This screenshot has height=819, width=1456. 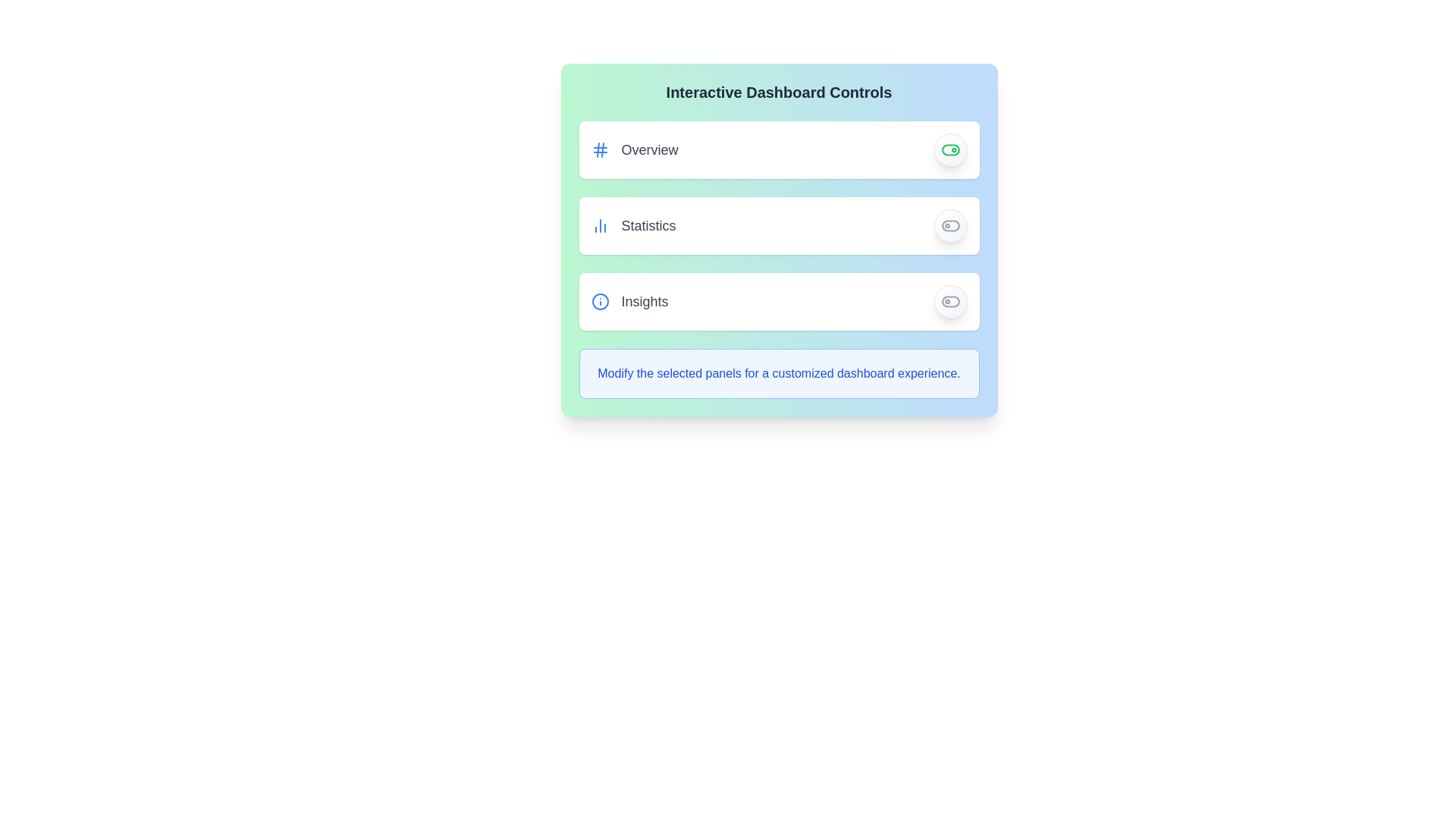 I want to click on the toggle switch styled as a rounded and gradient-filled button located in the right-most part of the second section labeled 'Statistics', so click(x=949, y=225).